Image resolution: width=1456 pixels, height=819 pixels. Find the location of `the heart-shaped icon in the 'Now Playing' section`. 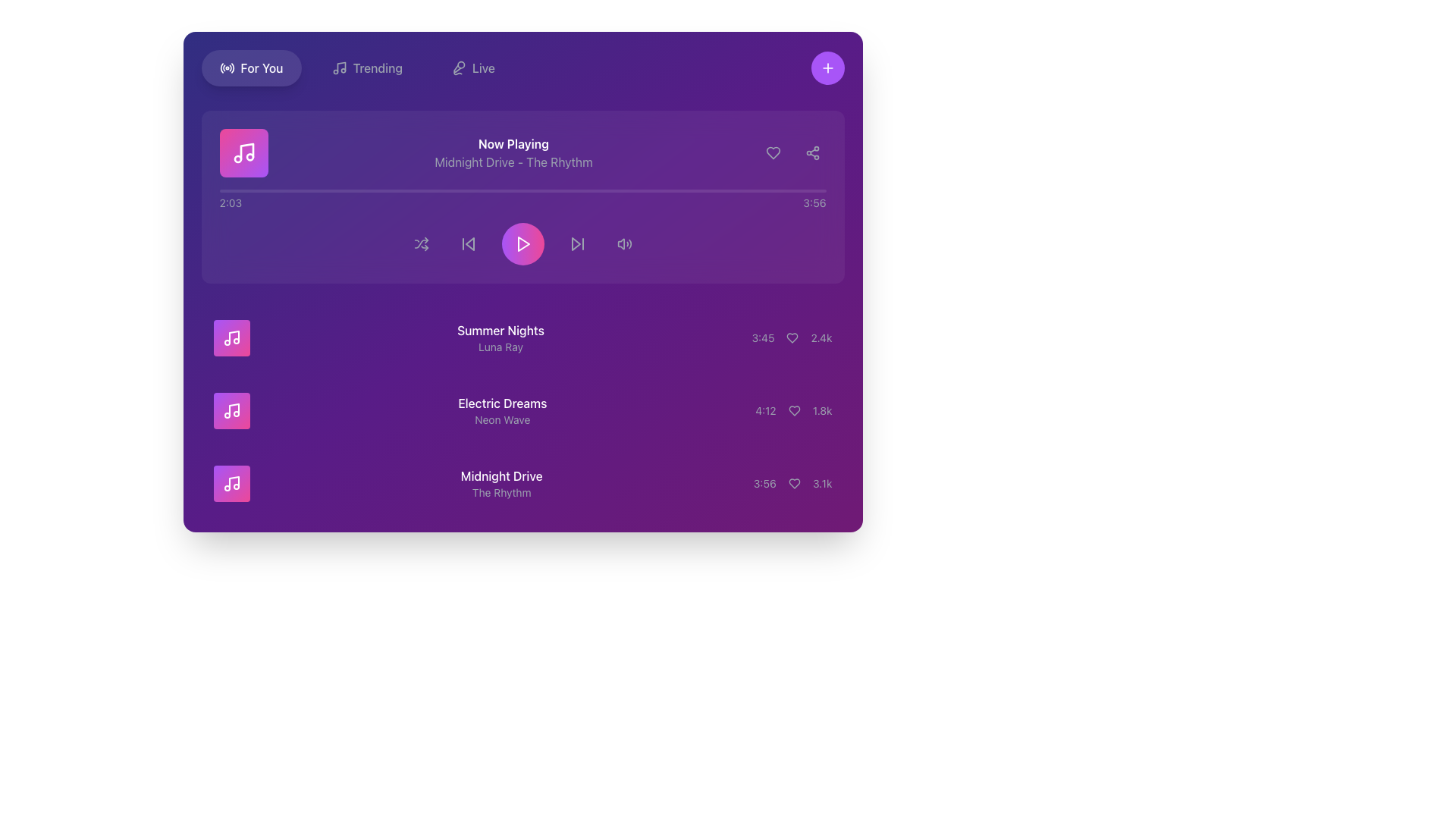

the heart-shaped icon in the 'Now Playing' section is located at coordinates (773, 152).